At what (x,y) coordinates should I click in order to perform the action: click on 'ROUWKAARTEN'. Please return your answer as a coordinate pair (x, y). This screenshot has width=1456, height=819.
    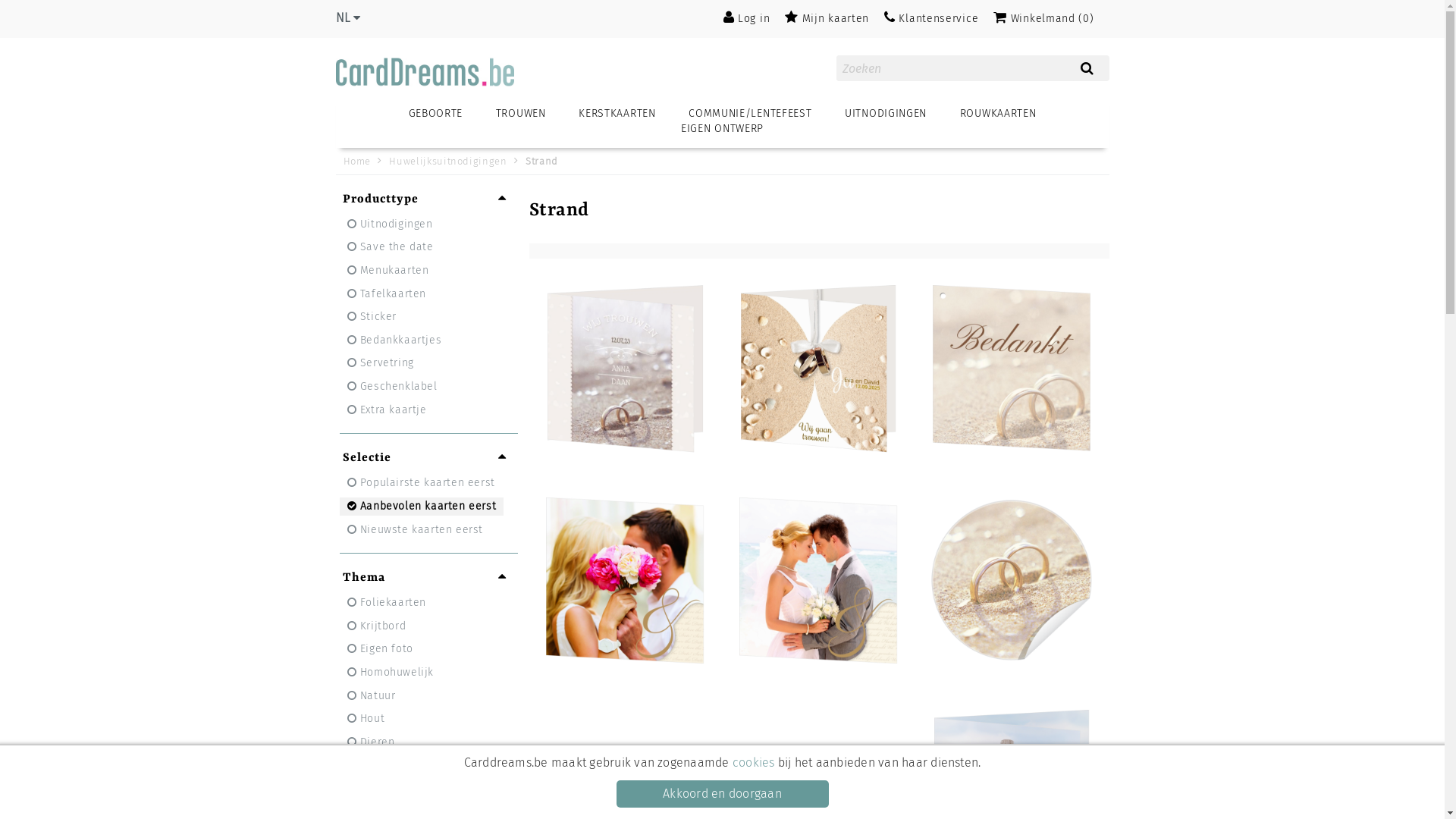
    Looking at the image, I should click on (998, 113).